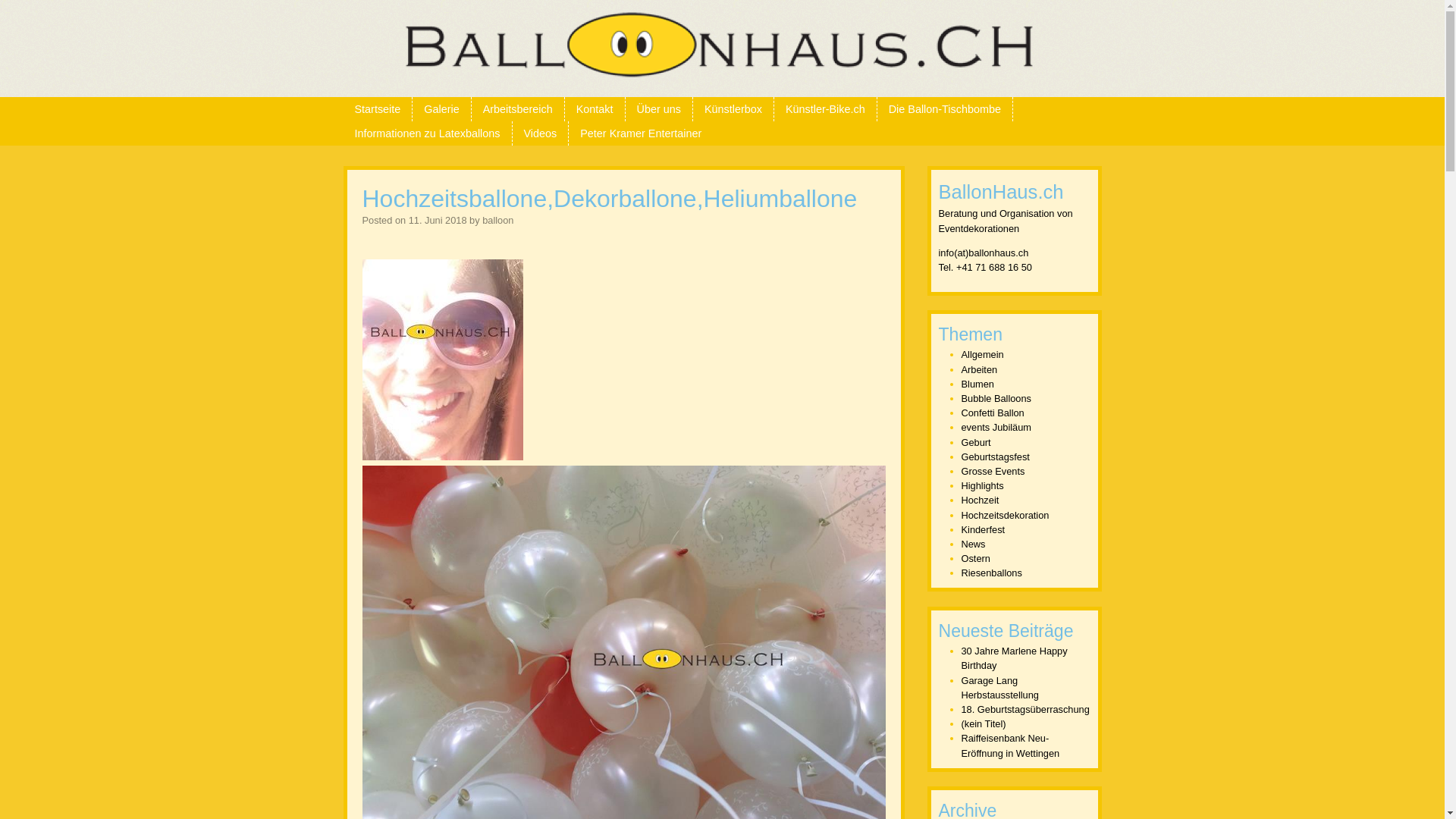  What do you see at coordinates (437, 220) in the screenshot?
I see `'11. Juni 2018'` at bounding box center [437, 220].